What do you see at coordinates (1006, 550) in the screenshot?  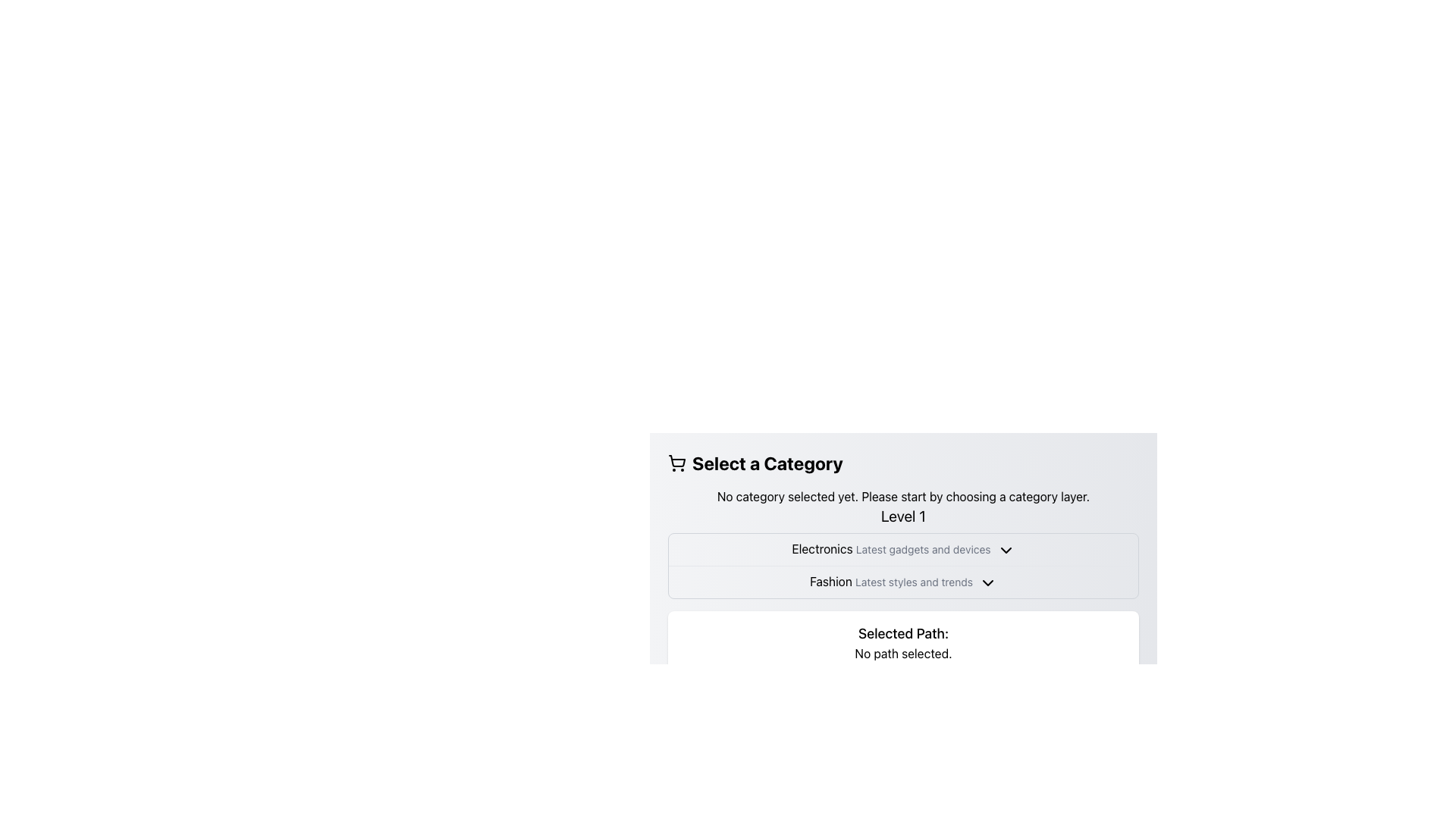 I see `the chevron-down icon located to the right of the 'Electronics Latest gadgets and devices' text` at bounding box center [1006, 550].